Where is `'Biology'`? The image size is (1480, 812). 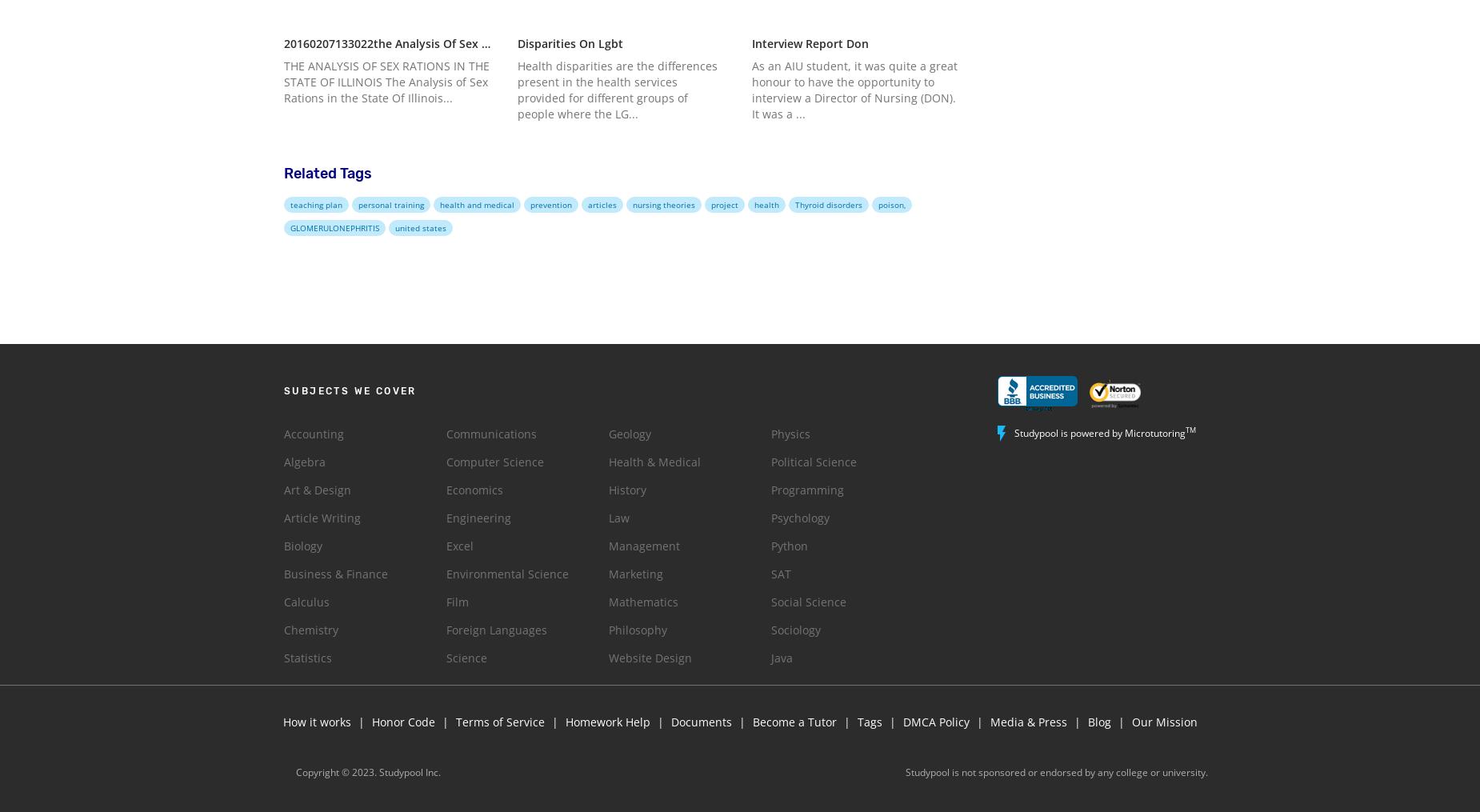 'Biology' is located at coordinates (283, 545).